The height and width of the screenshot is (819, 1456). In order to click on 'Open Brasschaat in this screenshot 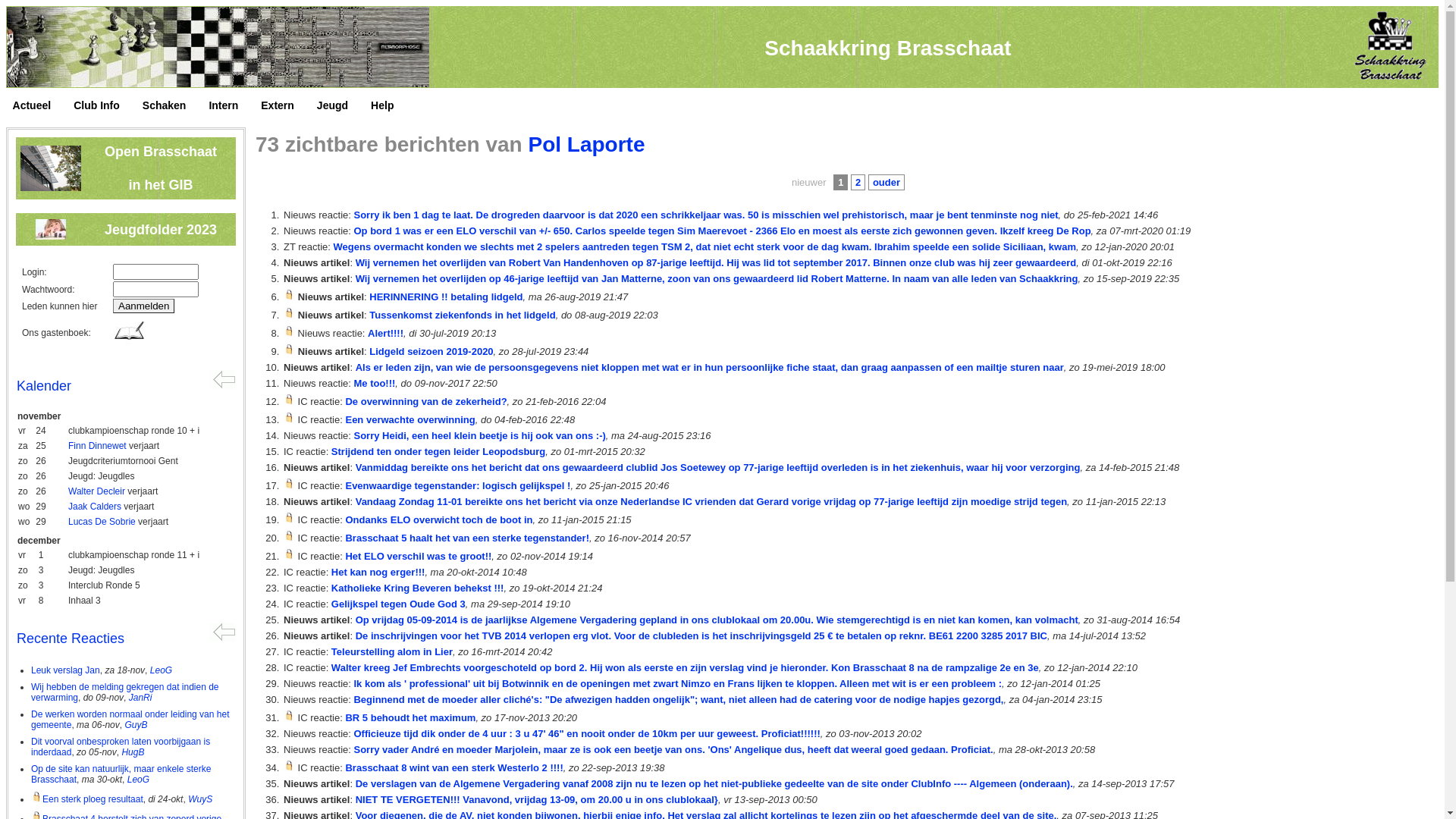, I will do `click(160, 168)`.